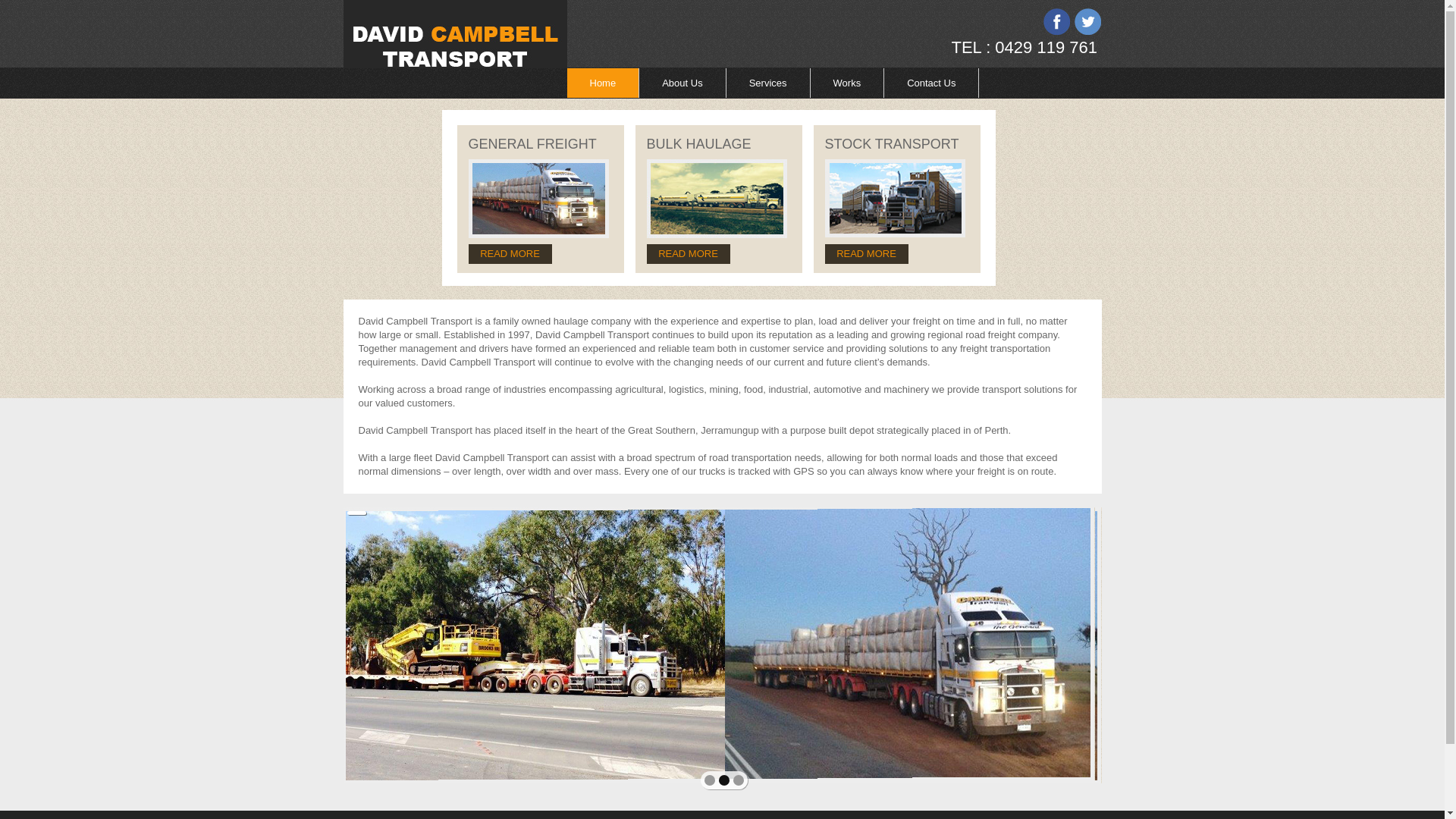 This screenshot has width=1456, height=819. What do you see at coordinates (768, 83) in the screenshot?
I see `'Services'` at bounding box center [768, 83].